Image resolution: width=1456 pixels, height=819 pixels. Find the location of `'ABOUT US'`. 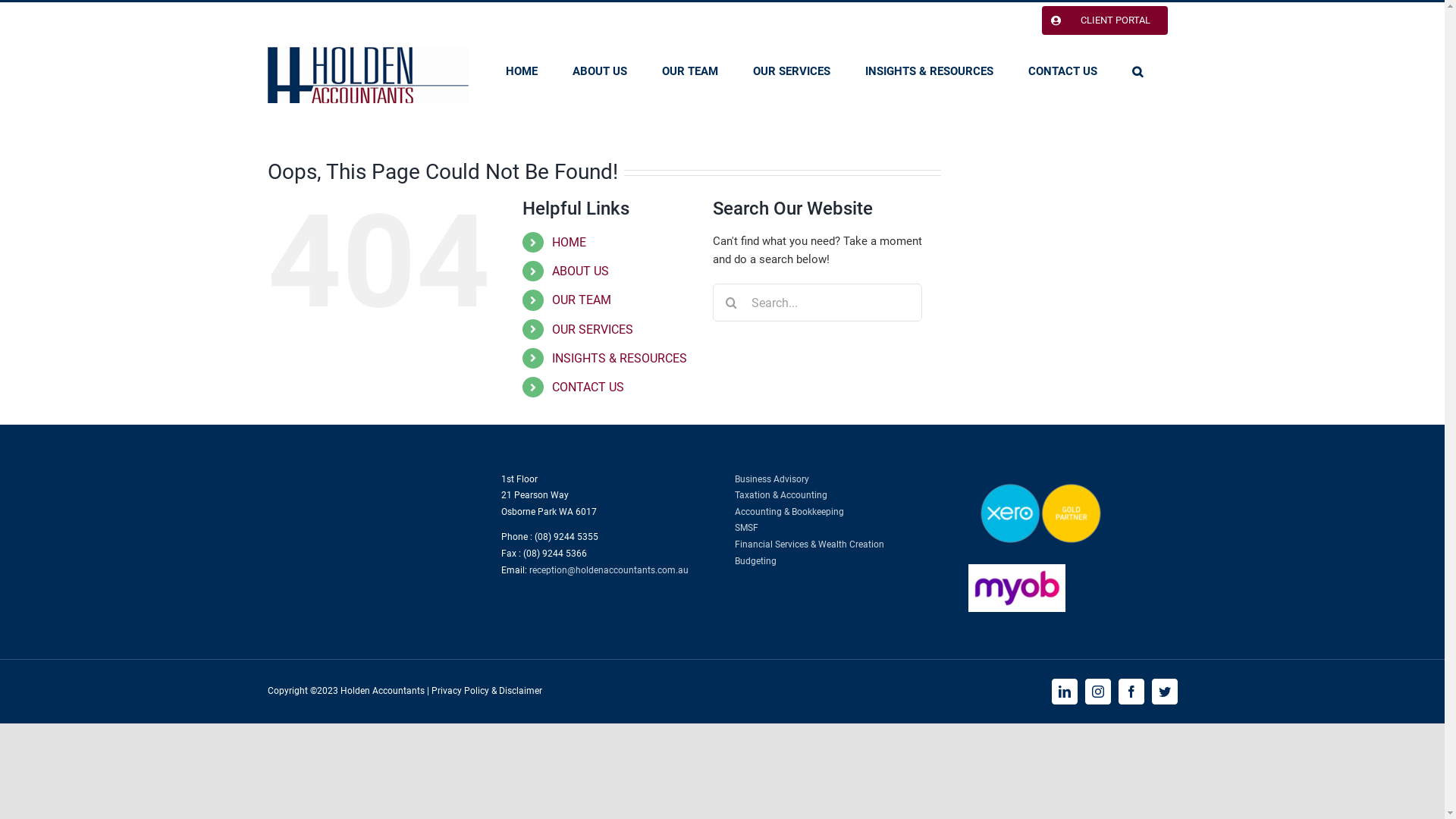

'ABOUT US' is located at coordinates (579, 270).